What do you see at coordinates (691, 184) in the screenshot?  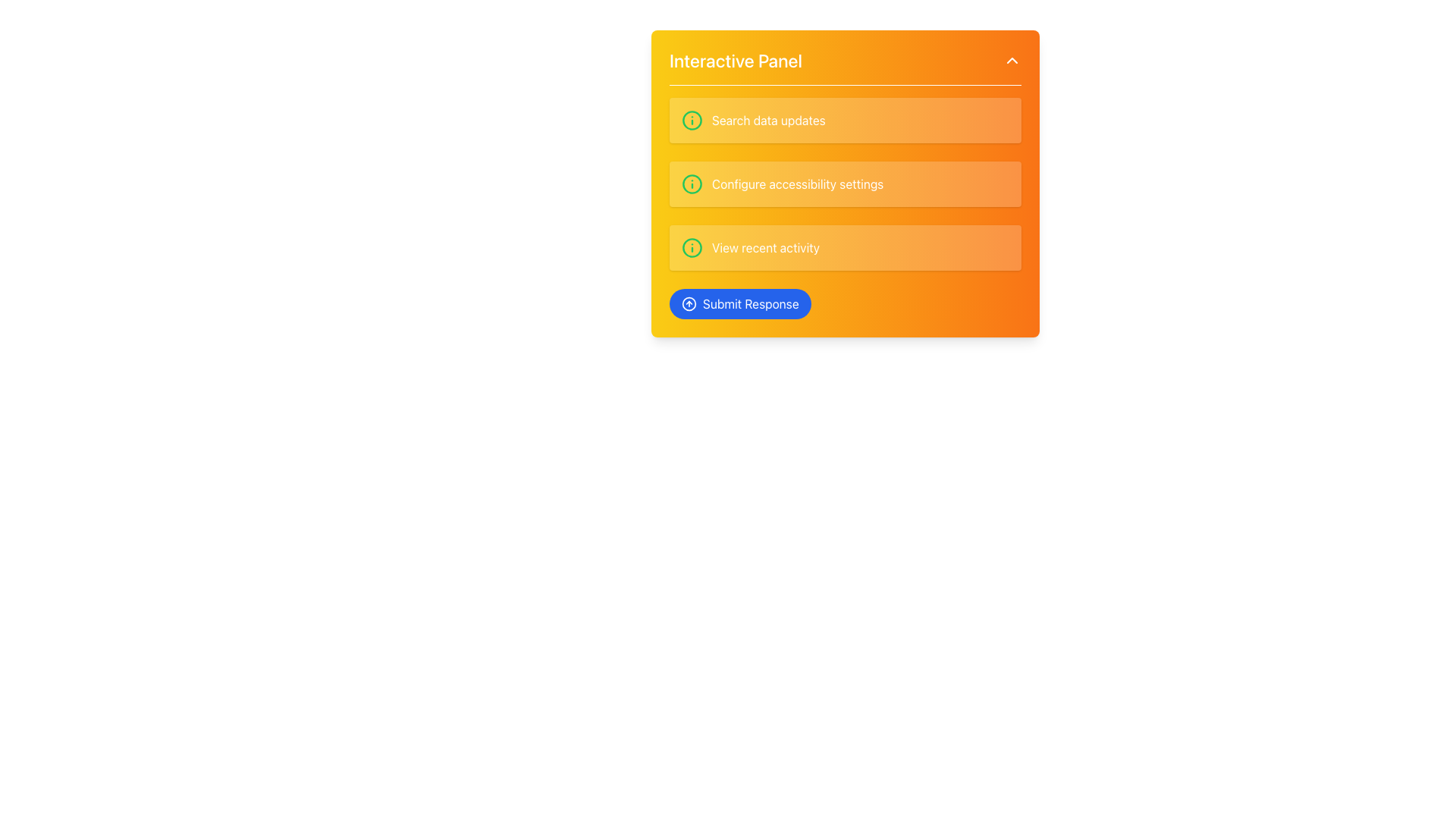 I see `the circular icon with a green outline and yellow background, which resembles an information symbol, located within the 'Configure accessibility settings' option in the Interactive Panel` at bounding box center [691, 184].